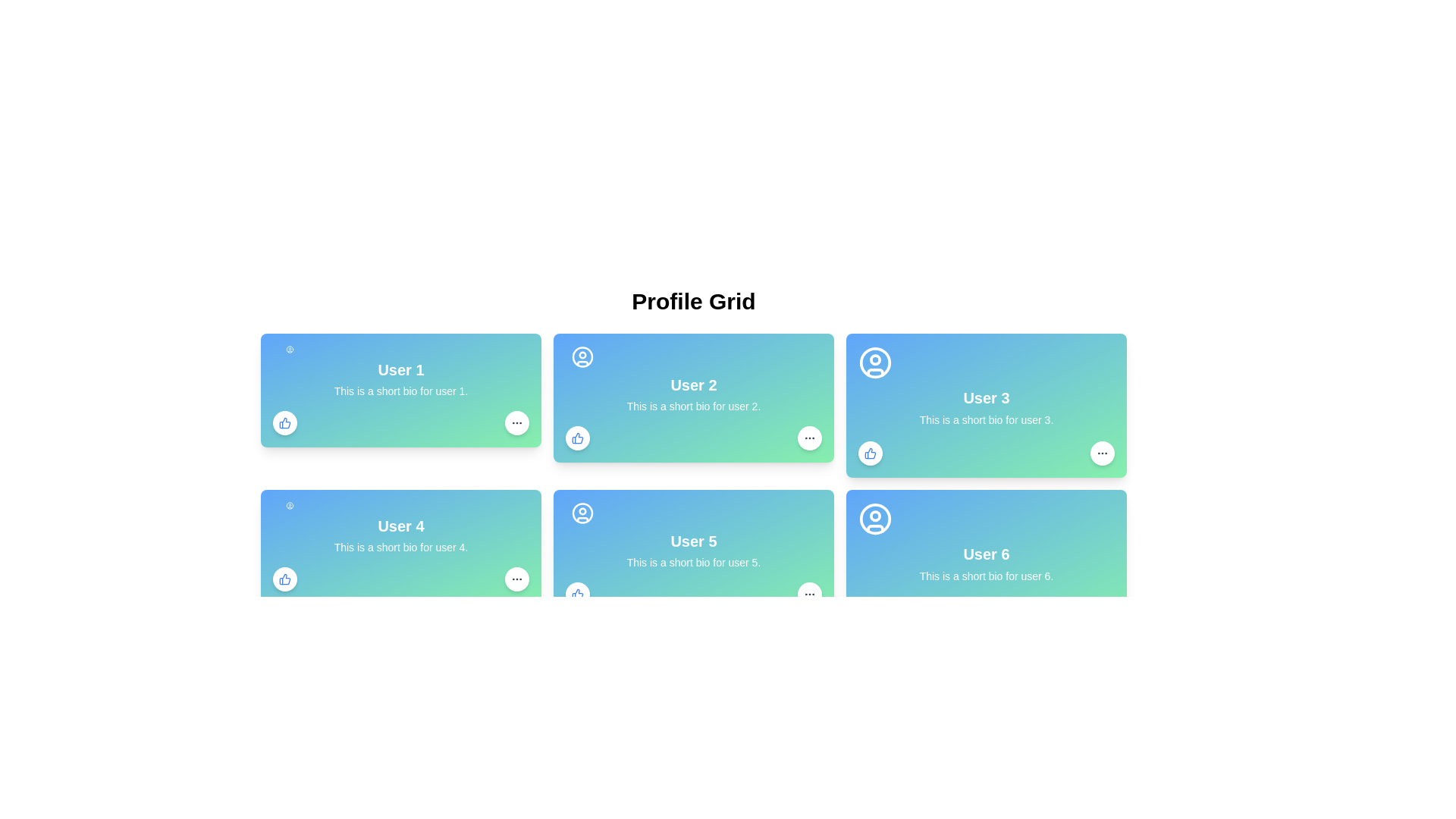 Image resolution: width=1456 pixels, height=819 pixels. I want to click on the circular white button containing a blue thumbs-up icon for 'User 1', so click(284, 579).